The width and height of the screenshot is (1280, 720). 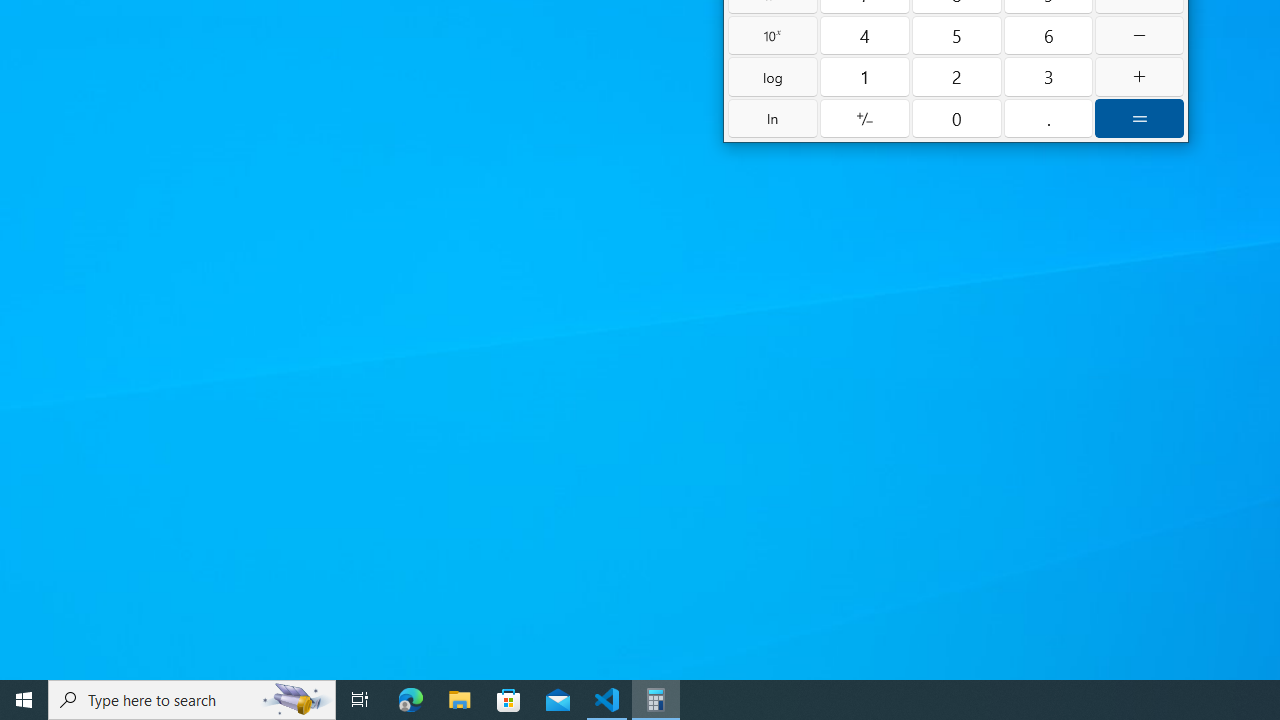 I want to click on 'One', so click(x=865, y=76).